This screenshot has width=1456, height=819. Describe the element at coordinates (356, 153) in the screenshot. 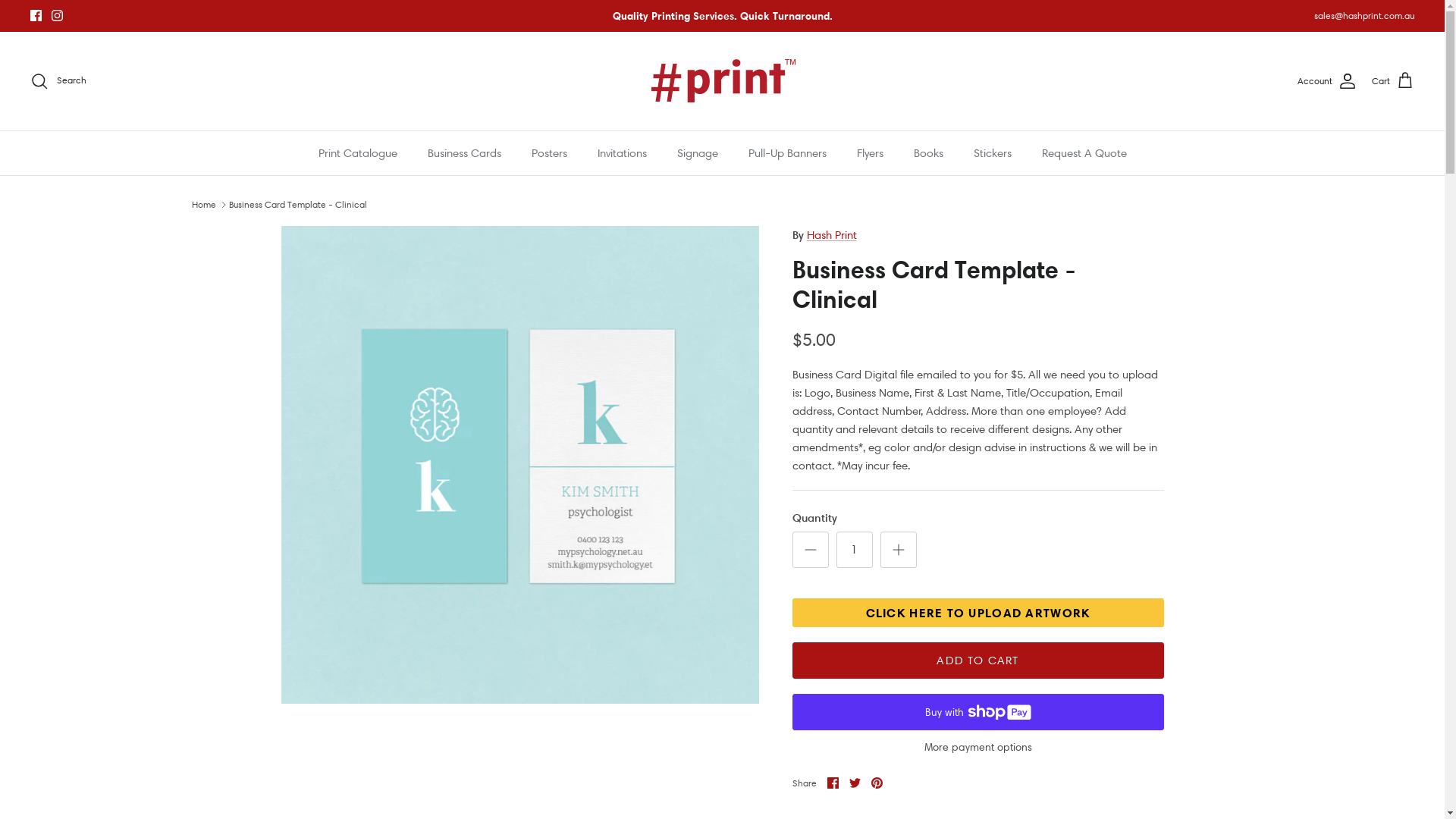

I see `'Print Catalogue'` at that location.